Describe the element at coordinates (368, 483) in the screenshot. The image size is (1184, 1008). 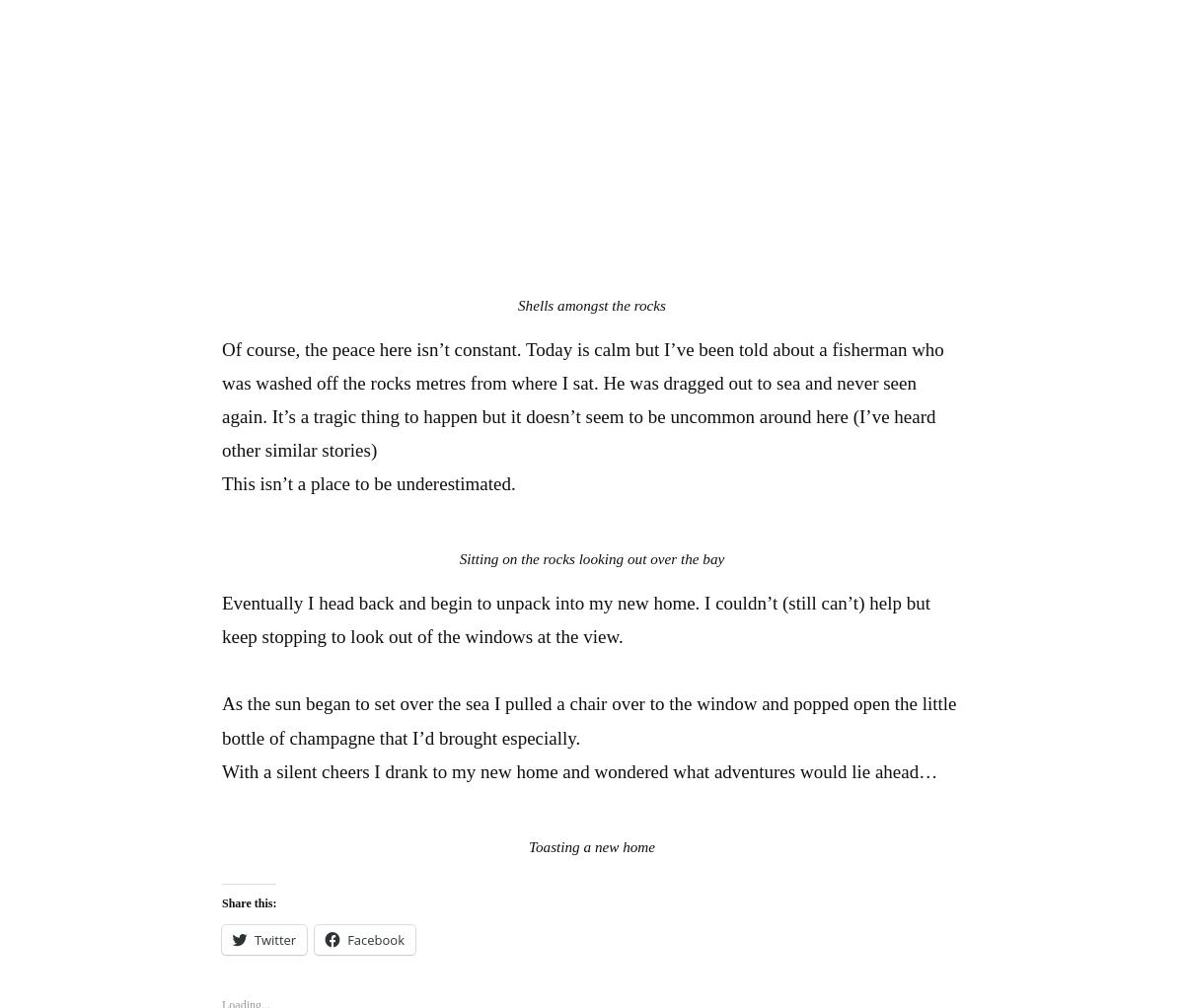
I see `'This isn’t a place to be underestimated.'` at that location.